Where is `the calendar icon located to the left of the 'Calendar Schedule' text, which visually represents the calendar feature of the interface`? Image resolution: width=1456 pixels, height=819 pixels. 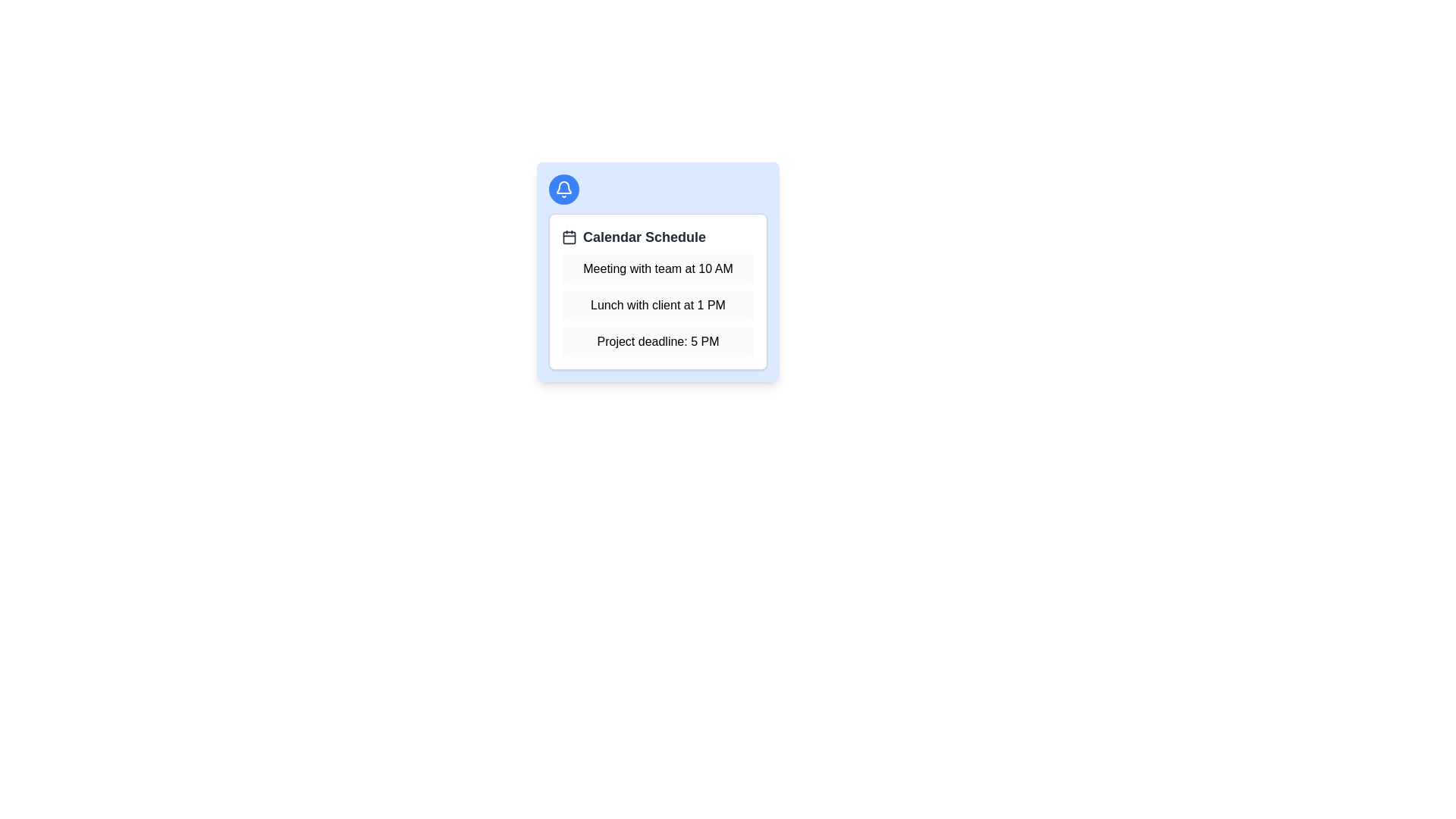
the calendar icon located to the left of the 'Calendar Schedule' text, which visually represents the calendar feature of the interface is located at coordinates (568, 237).